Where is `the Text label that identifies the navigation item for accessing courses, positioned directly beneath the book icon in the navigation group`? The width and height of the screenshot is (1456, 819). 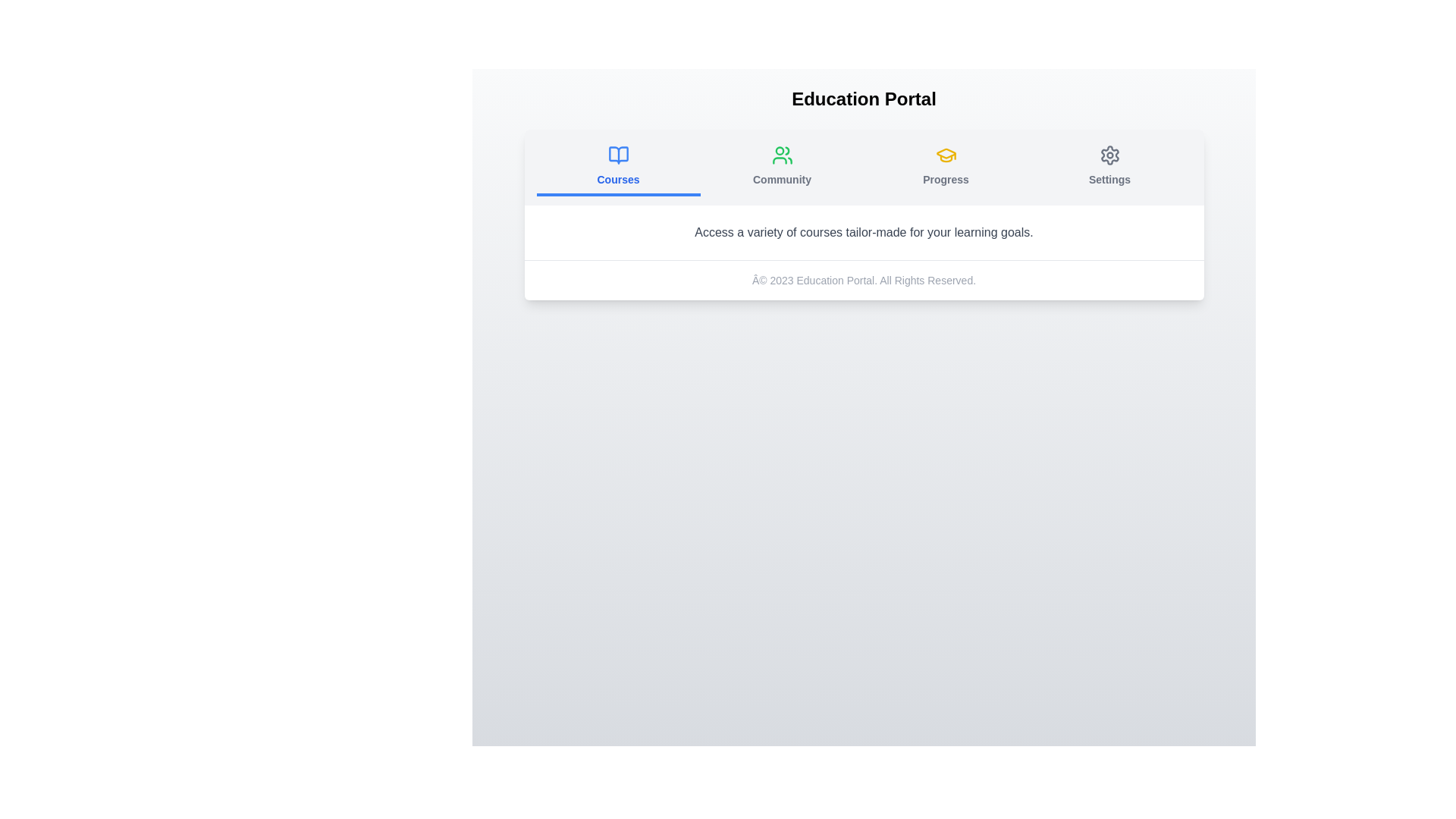
the Text label that identifies the navigation item for accessing courses, positioned directly beneath the book icon in the navigation group is located at coordinates (618, 178).